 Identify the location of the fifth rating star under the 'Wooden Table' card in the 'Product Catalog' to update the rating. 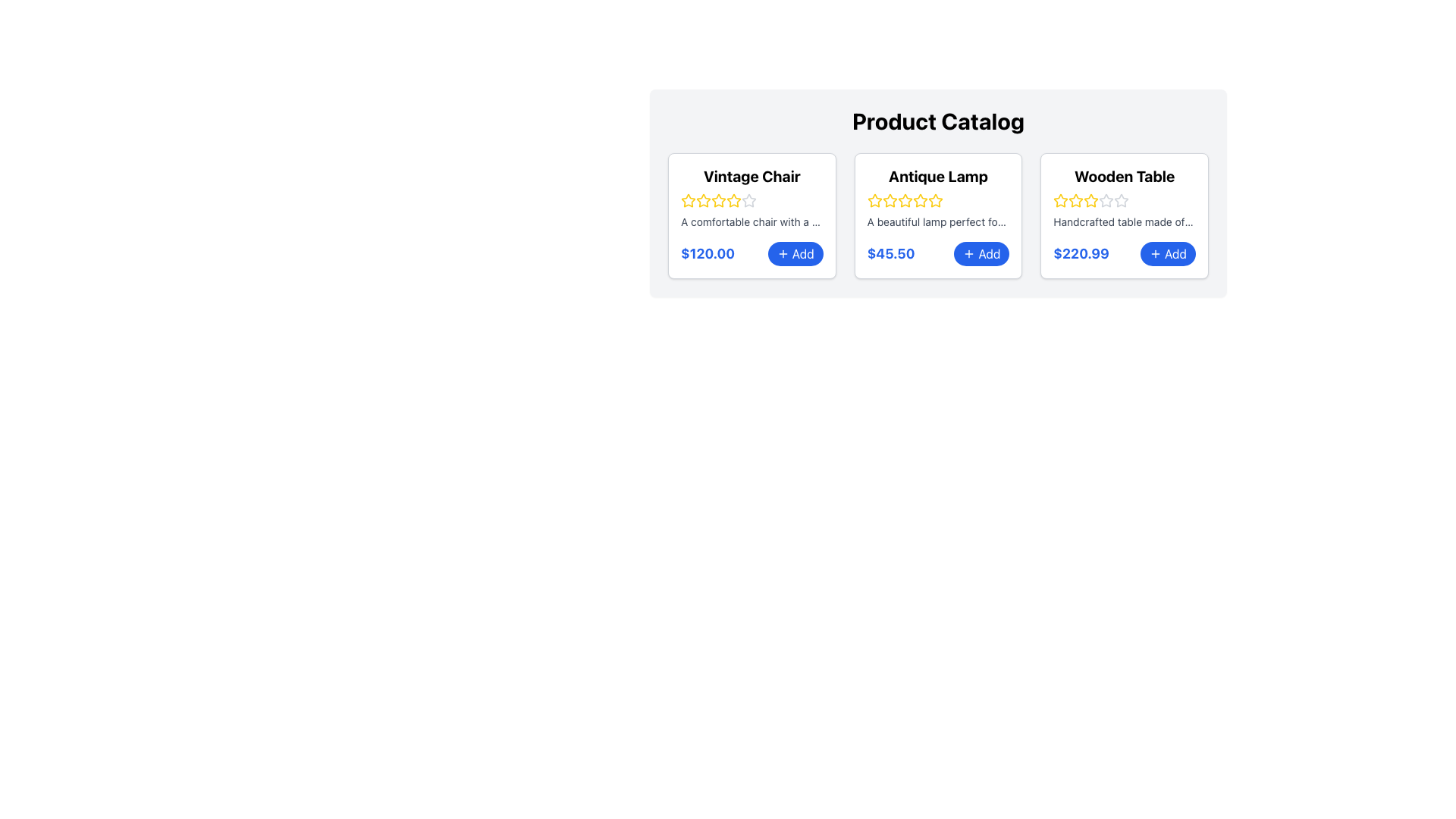
(1122, 200).